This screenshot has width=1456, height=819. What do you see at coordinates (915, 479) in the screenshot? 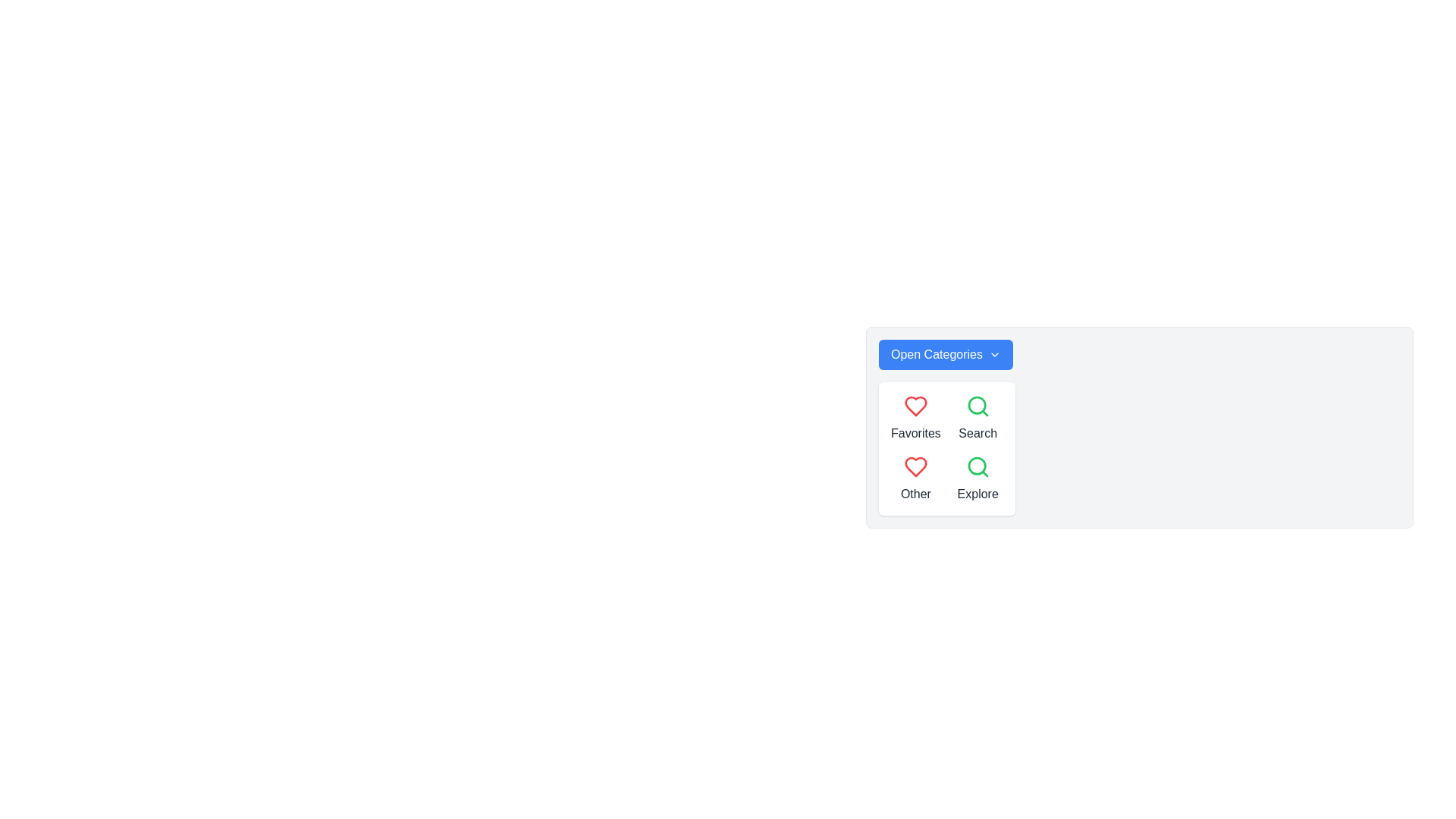
I see `the 'Other' section element, which is a composite UI element combining an icon and descriptive text, located in the bottom-left corner of the grid under 'Open Categories.'` at bounding box center [915, 479].